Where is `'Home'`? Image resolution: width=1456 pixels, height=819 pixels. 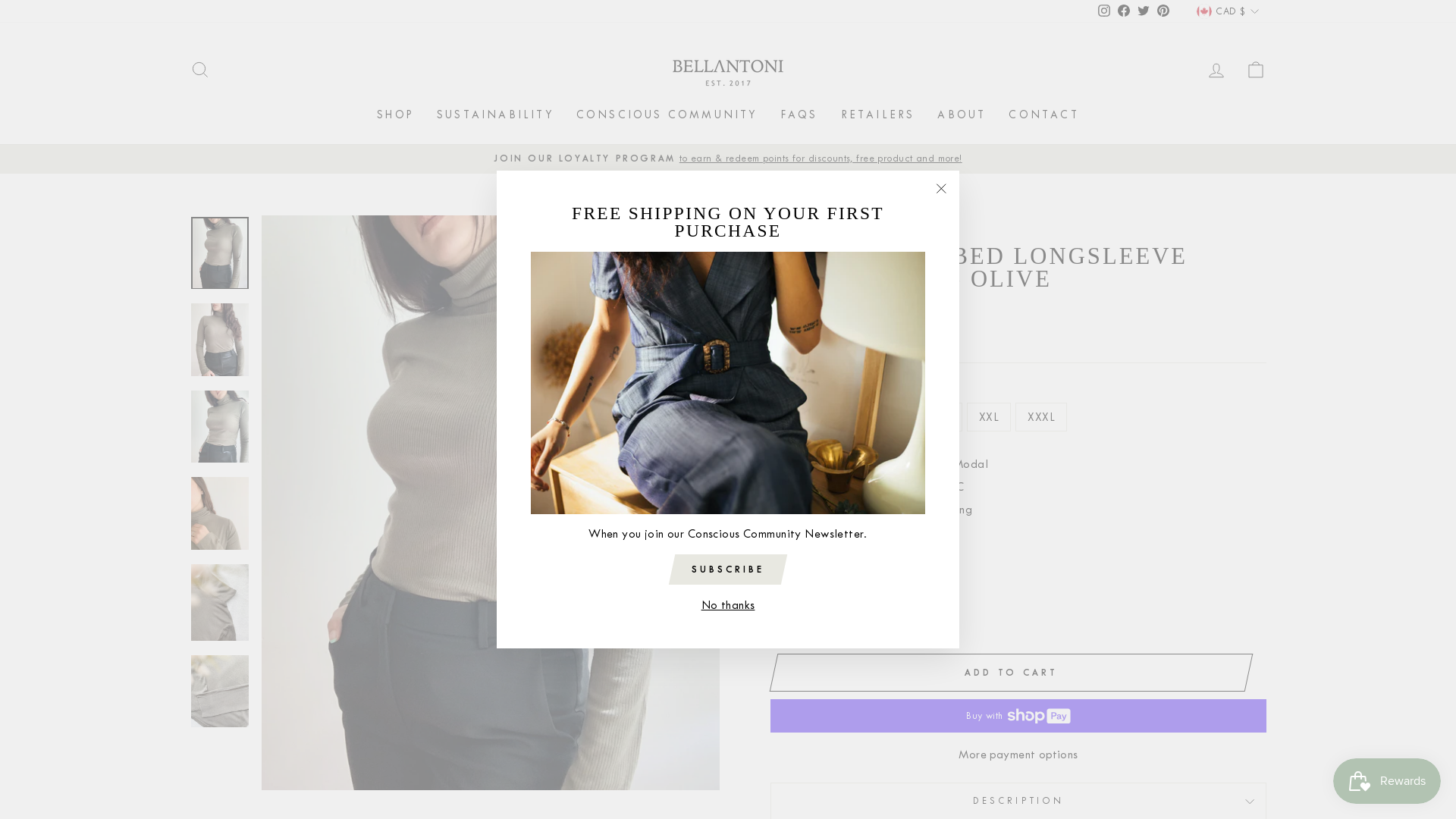
'Home' is located at coordinates (783, 229).